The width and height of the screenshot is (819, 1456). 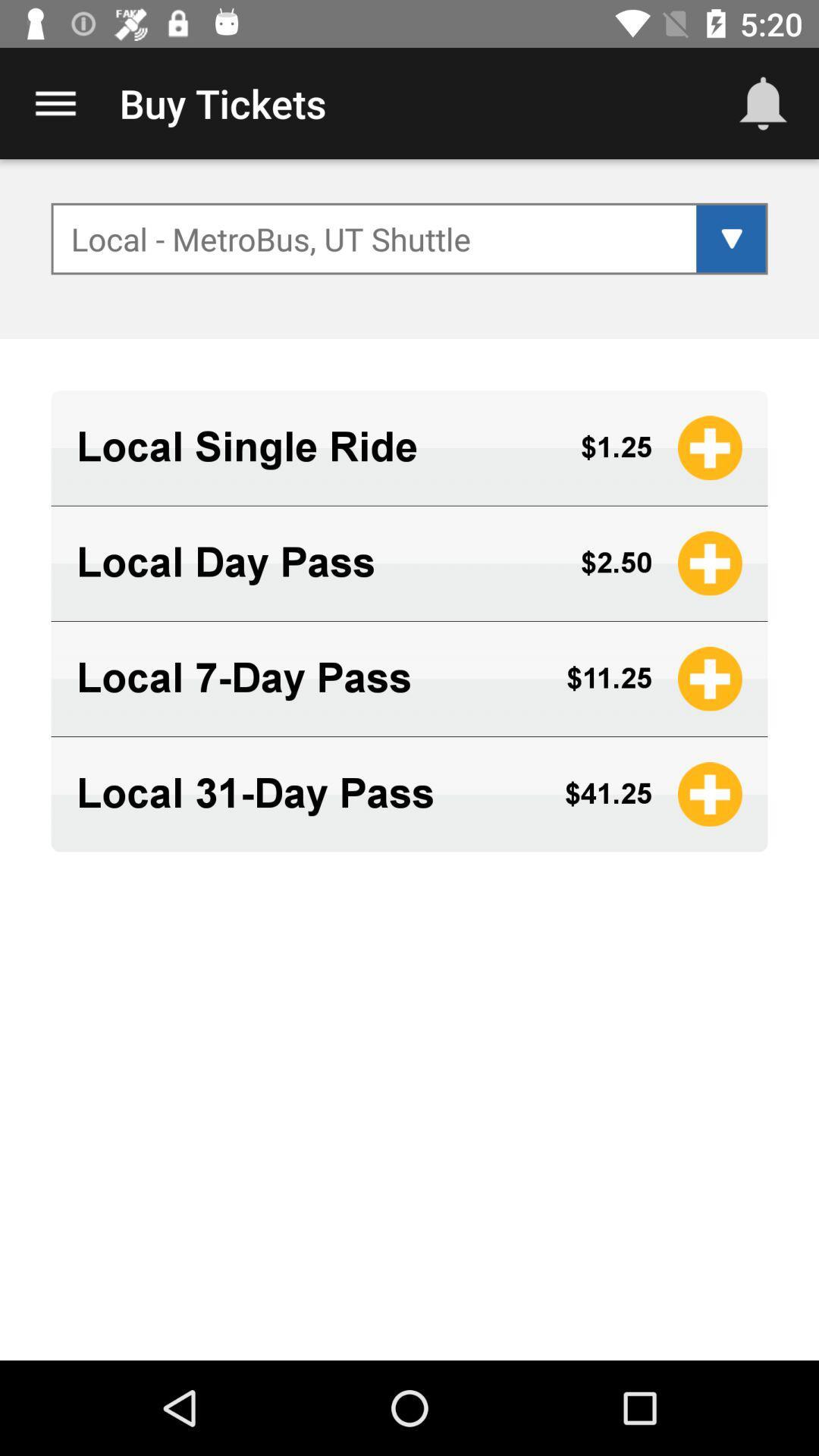 I want to click on the $2.50 app, so click(x=617, y=563).